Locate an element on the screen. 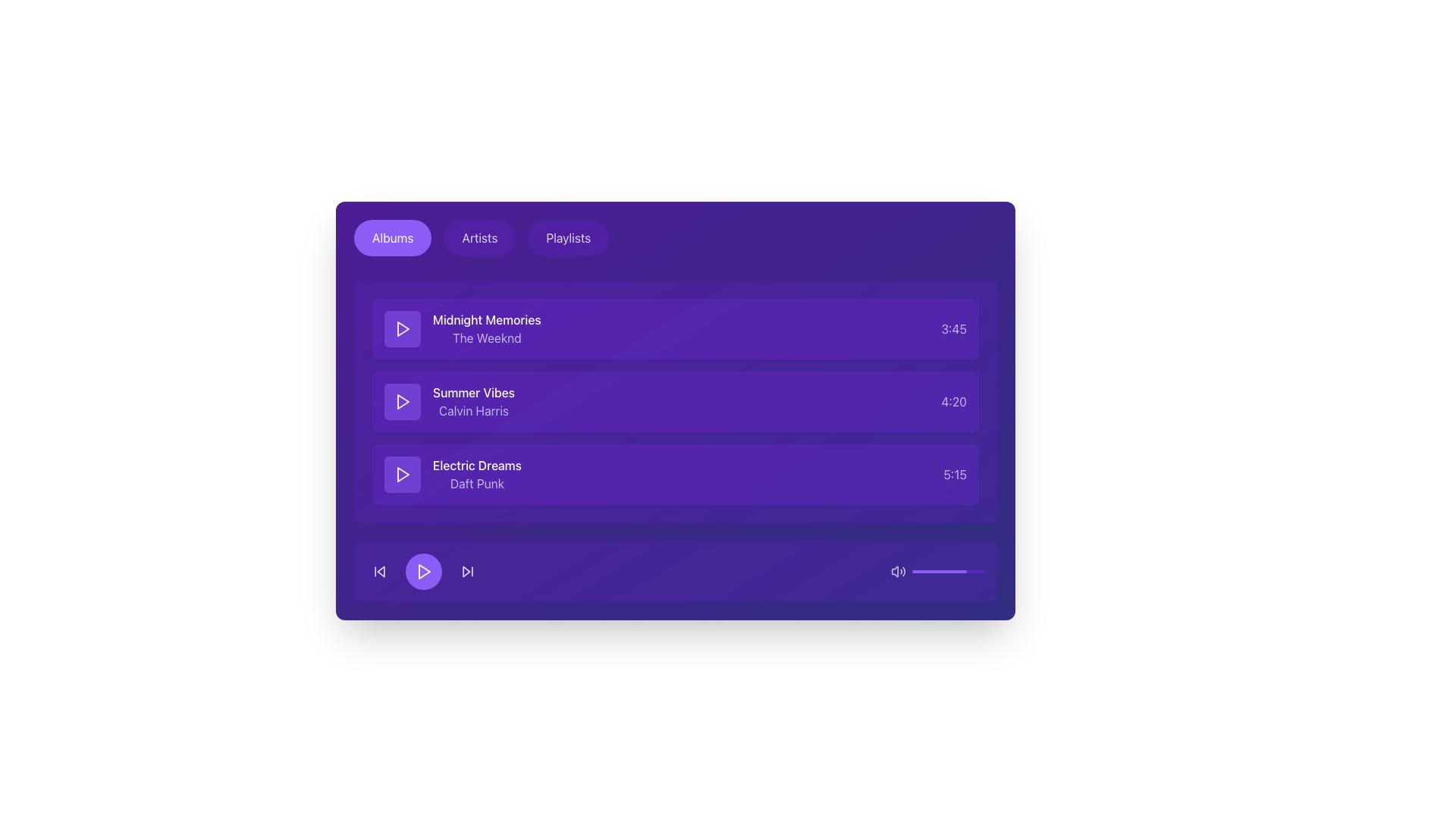 This screenshot has height=819, width=1456. the volume level is located at coordinates (975, 571).